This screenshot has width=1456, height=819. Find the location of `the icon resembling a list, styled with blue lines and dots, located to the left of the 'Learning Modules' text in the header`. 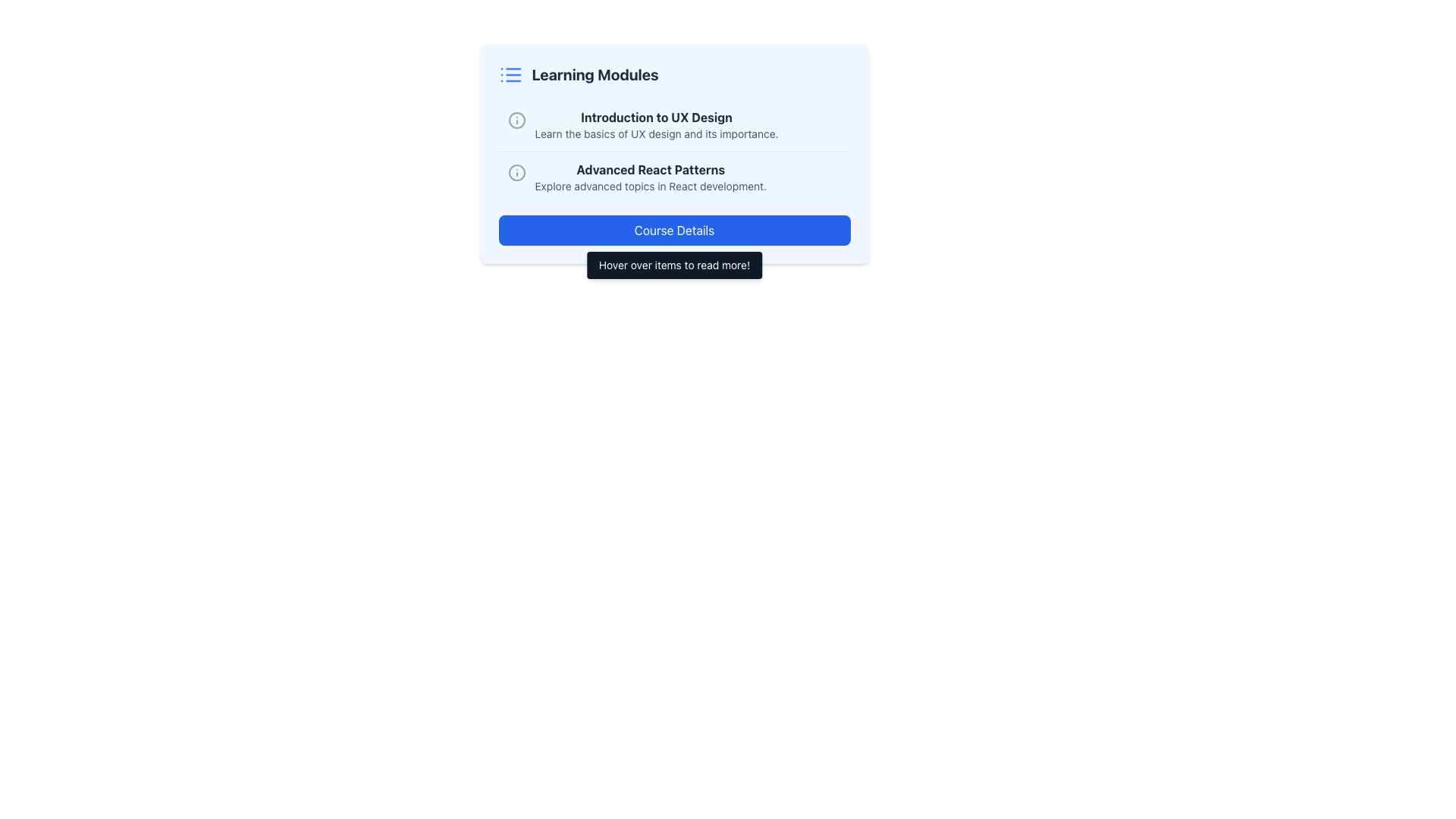

the icon resembling a list, styled with blue lines and dots, located to the left of the 'Learning Modules' text in the header is located at coordinates (510, 75).